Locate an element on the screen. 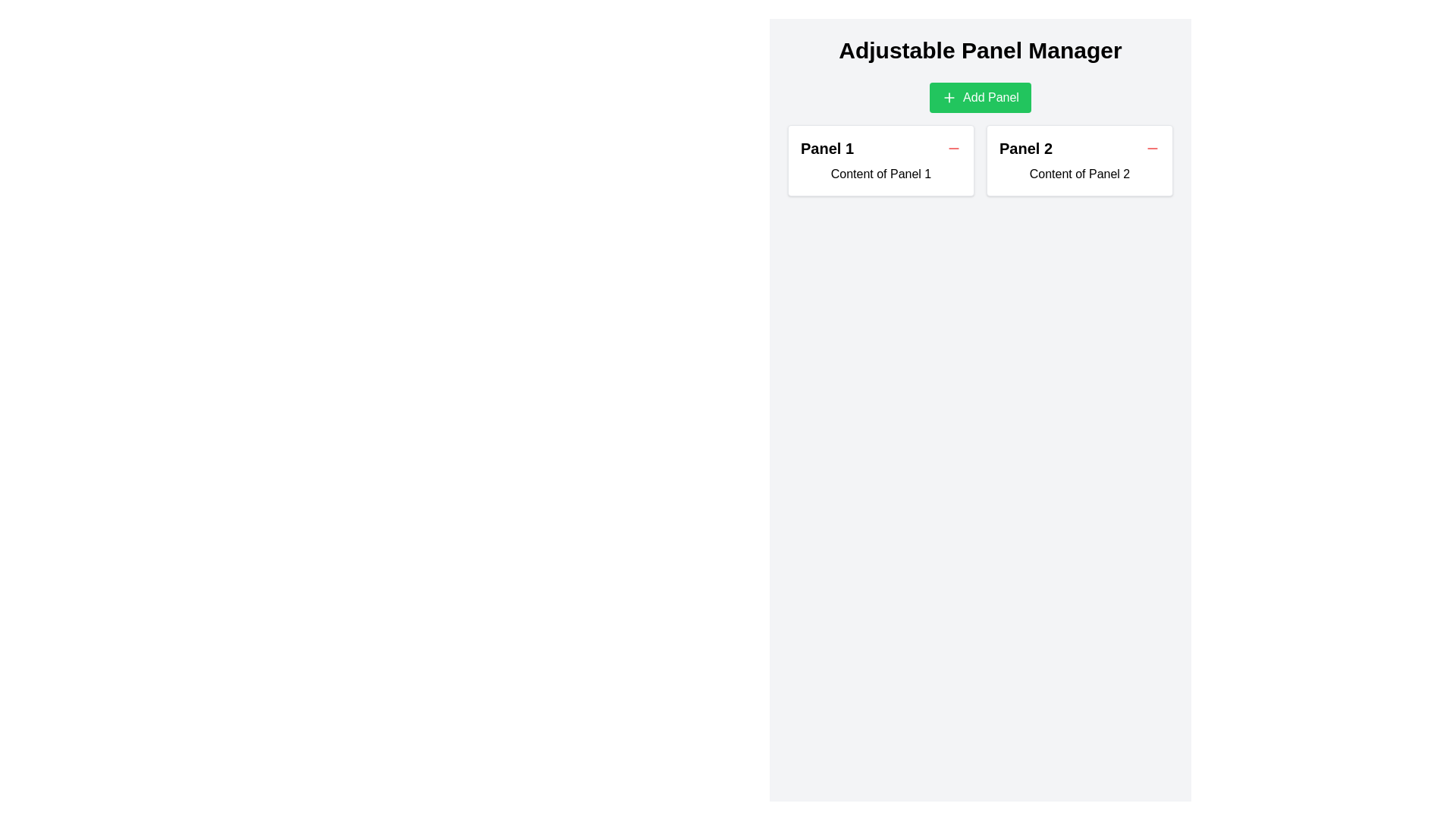 Image resolution: width=1456 pixels, height=819 pixels. the small red minus icon button located in the header of 'Panel 2' is located at coordinates (1153, 149).